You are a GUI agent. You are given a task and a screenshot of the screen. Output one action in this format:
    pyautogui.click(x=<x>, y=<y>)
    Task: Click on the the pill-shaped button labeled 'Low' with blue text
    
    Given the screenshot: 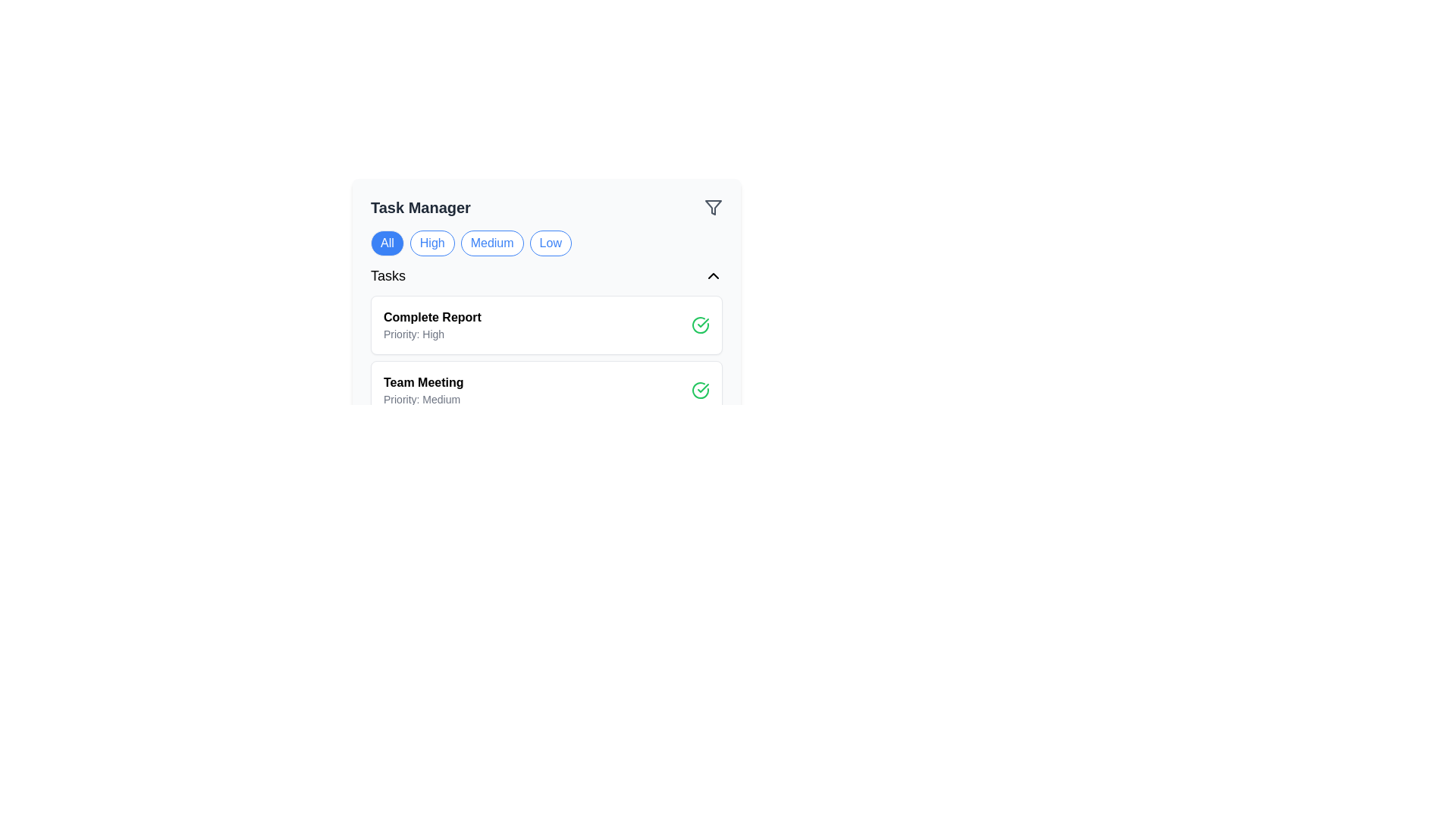 What is the action you would take?
    pyautogui.click(x=549, y=242)
    